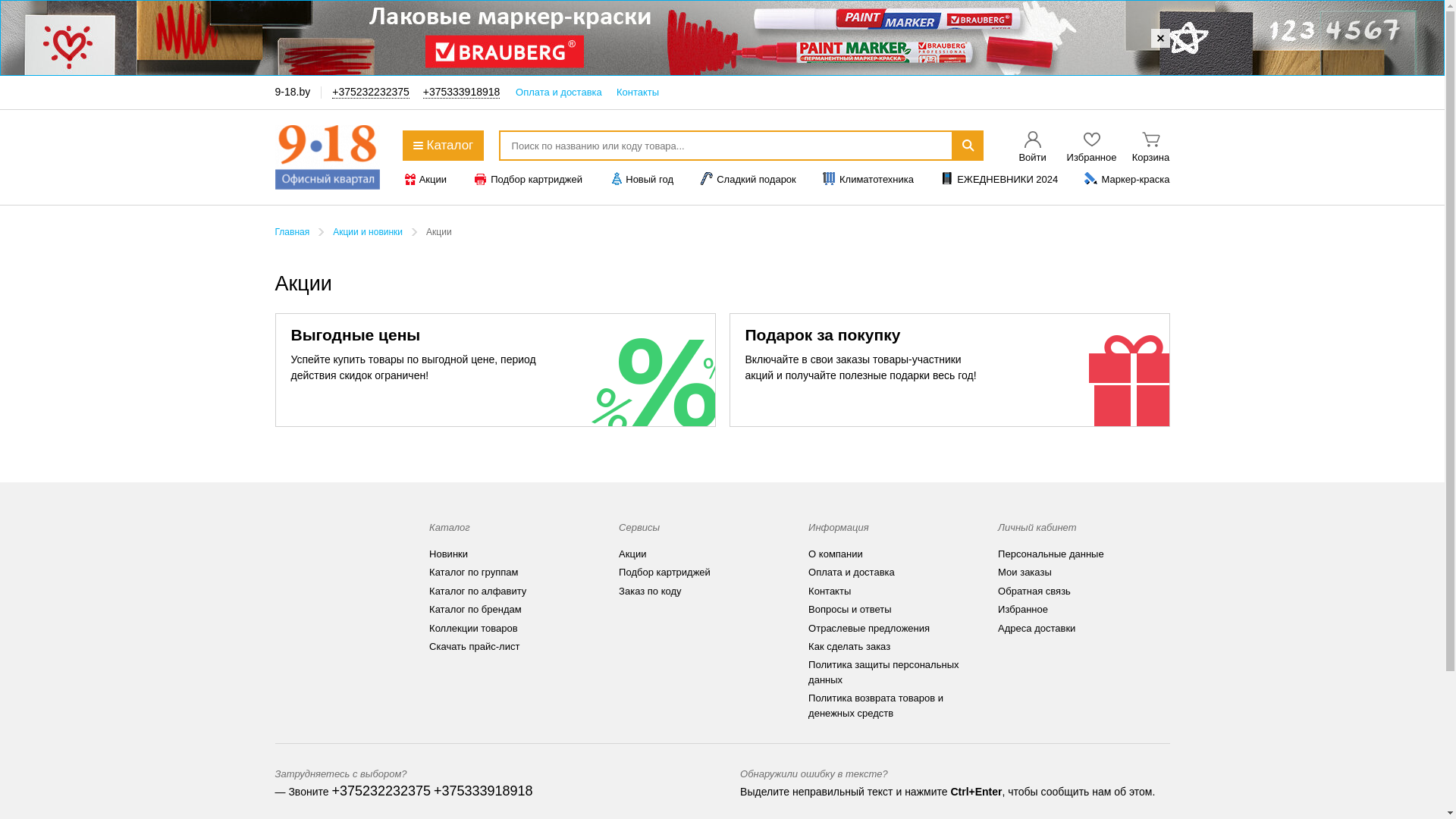 The image size is (1456, 819). What do you see at coordinates (371, 92) in the screenshot?
I see `'+375232232375'` at bounding box center [371, 92].